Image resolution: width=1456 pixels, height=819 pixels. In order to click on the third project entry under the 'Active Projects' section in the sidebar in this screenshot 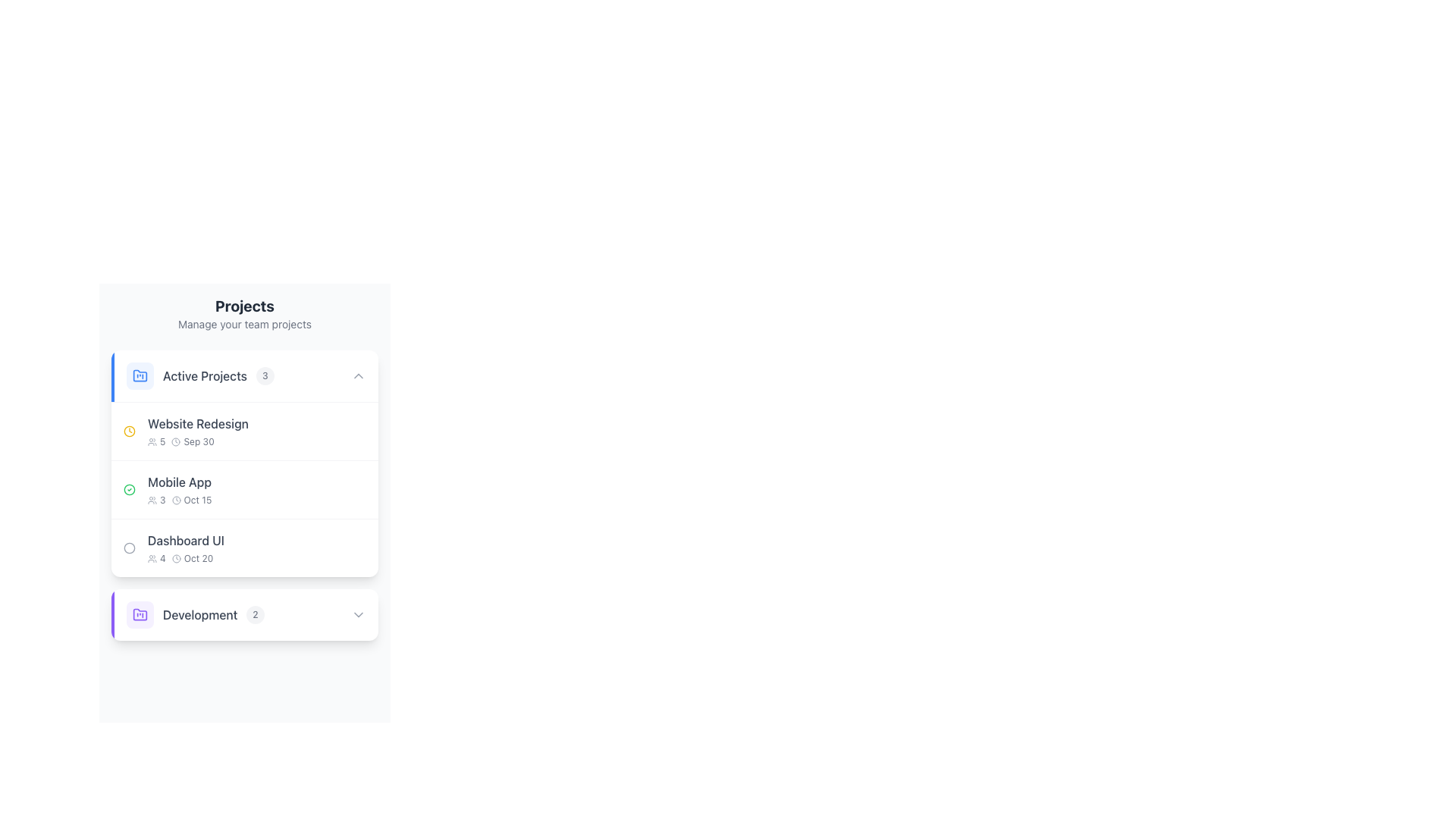, I will do `click(174, 548)`.